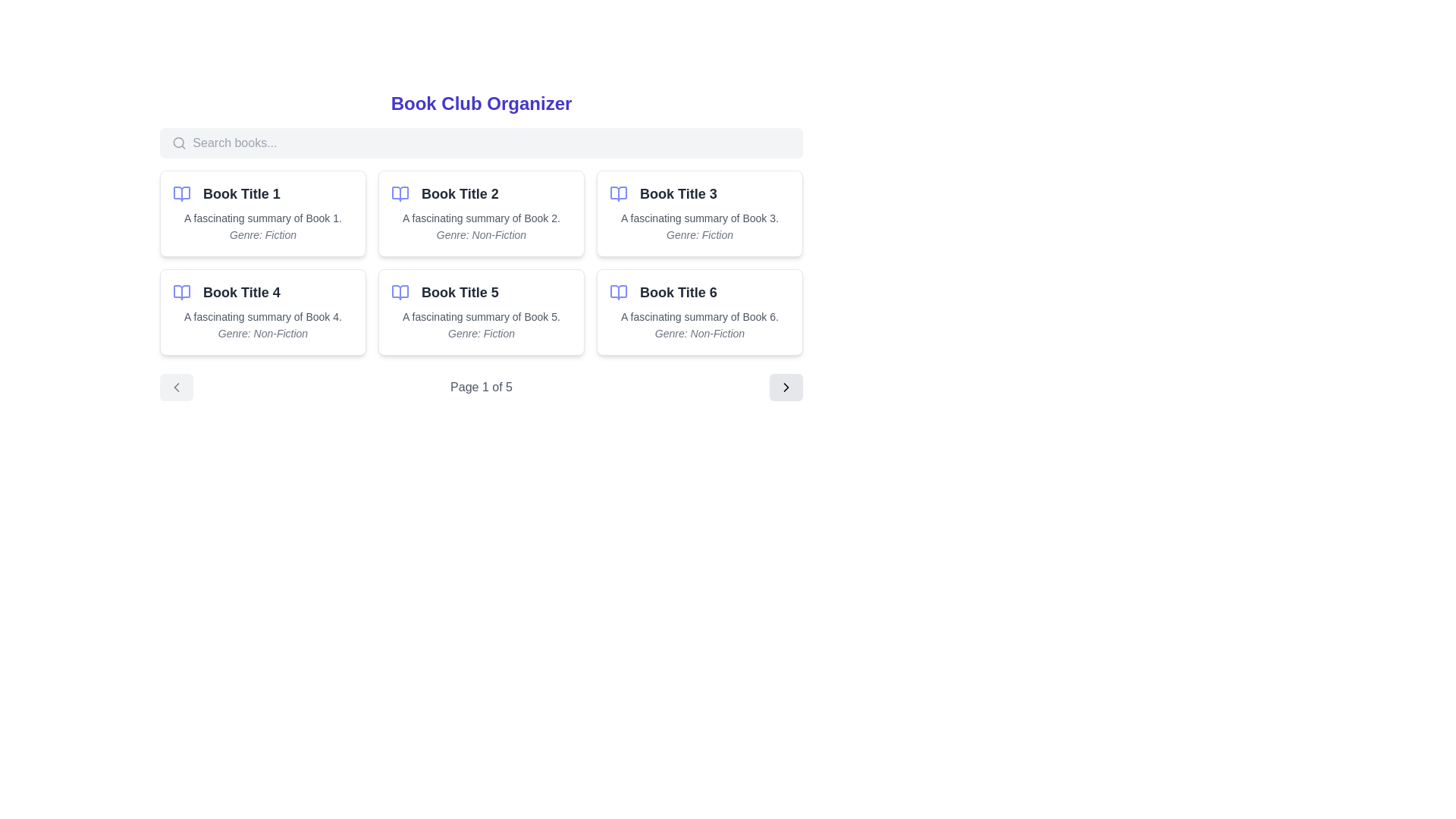  What do you see at coordinates (459, 193) in the screenshot?
I see `the text label displaying 'Book Title 2' which is styled in bold and larger font in dark gray, located in the second column of the top row in a two-row grid` at bounding box center [459, 193].